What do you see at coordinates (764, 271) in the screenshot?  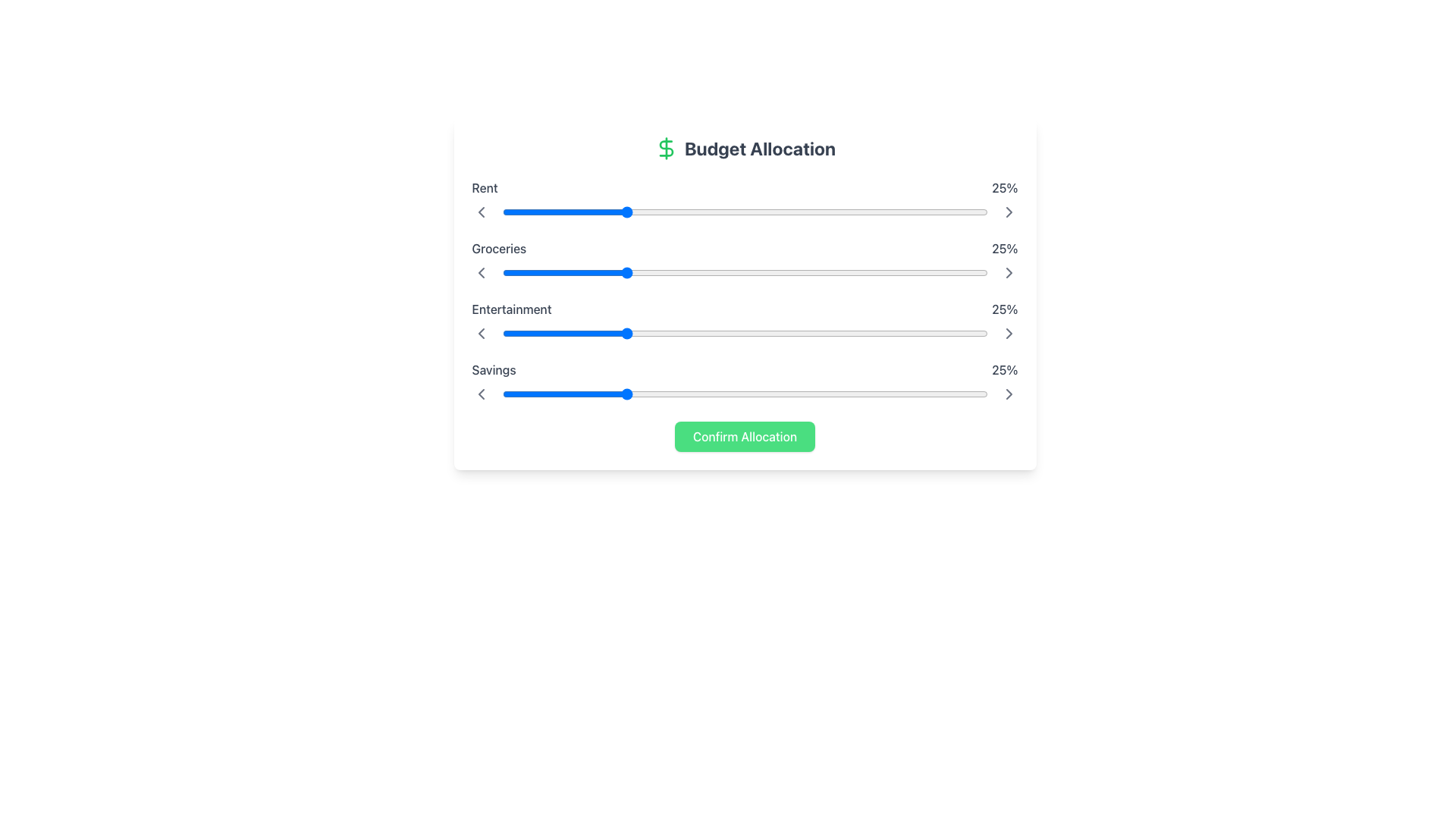 I see `the groceries allocation percentage` at bounding box center [764, 271].